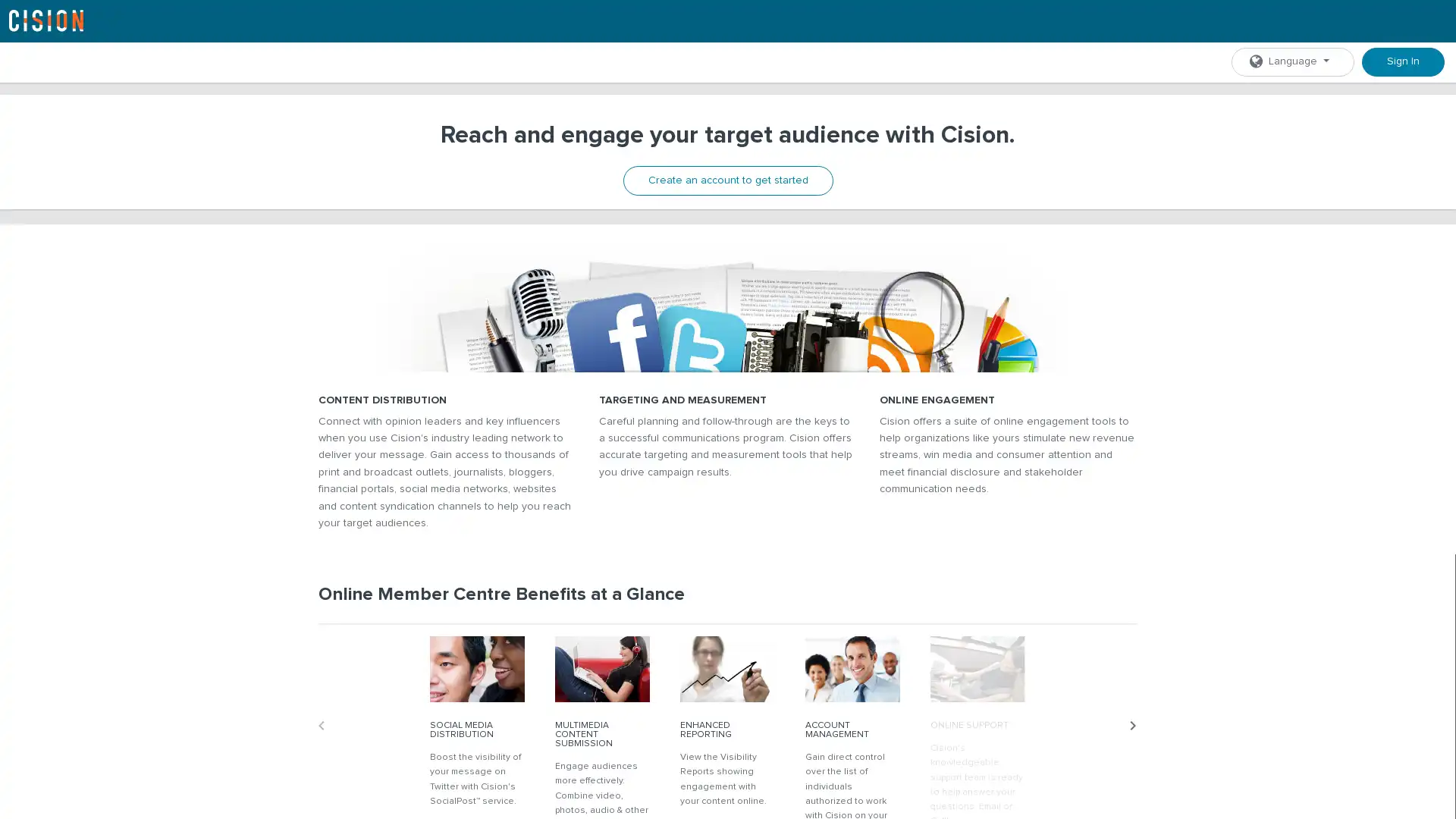  Describe the element at coordinates (324, 745) in the screenshot. I see `Previous` at that location.